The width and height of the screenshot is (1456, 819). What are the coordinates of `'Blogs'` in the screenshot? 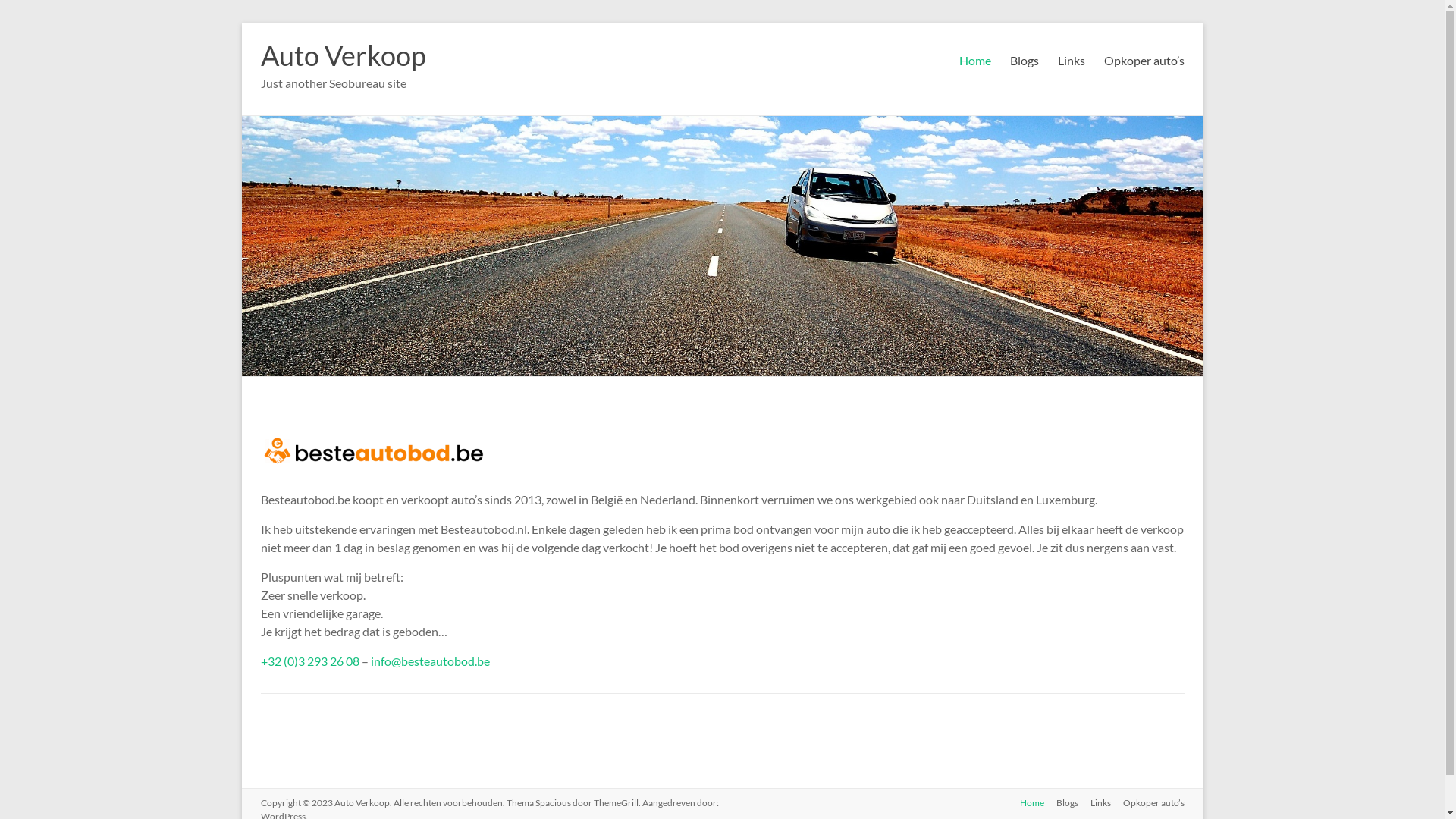 It's located at (1059, 803).